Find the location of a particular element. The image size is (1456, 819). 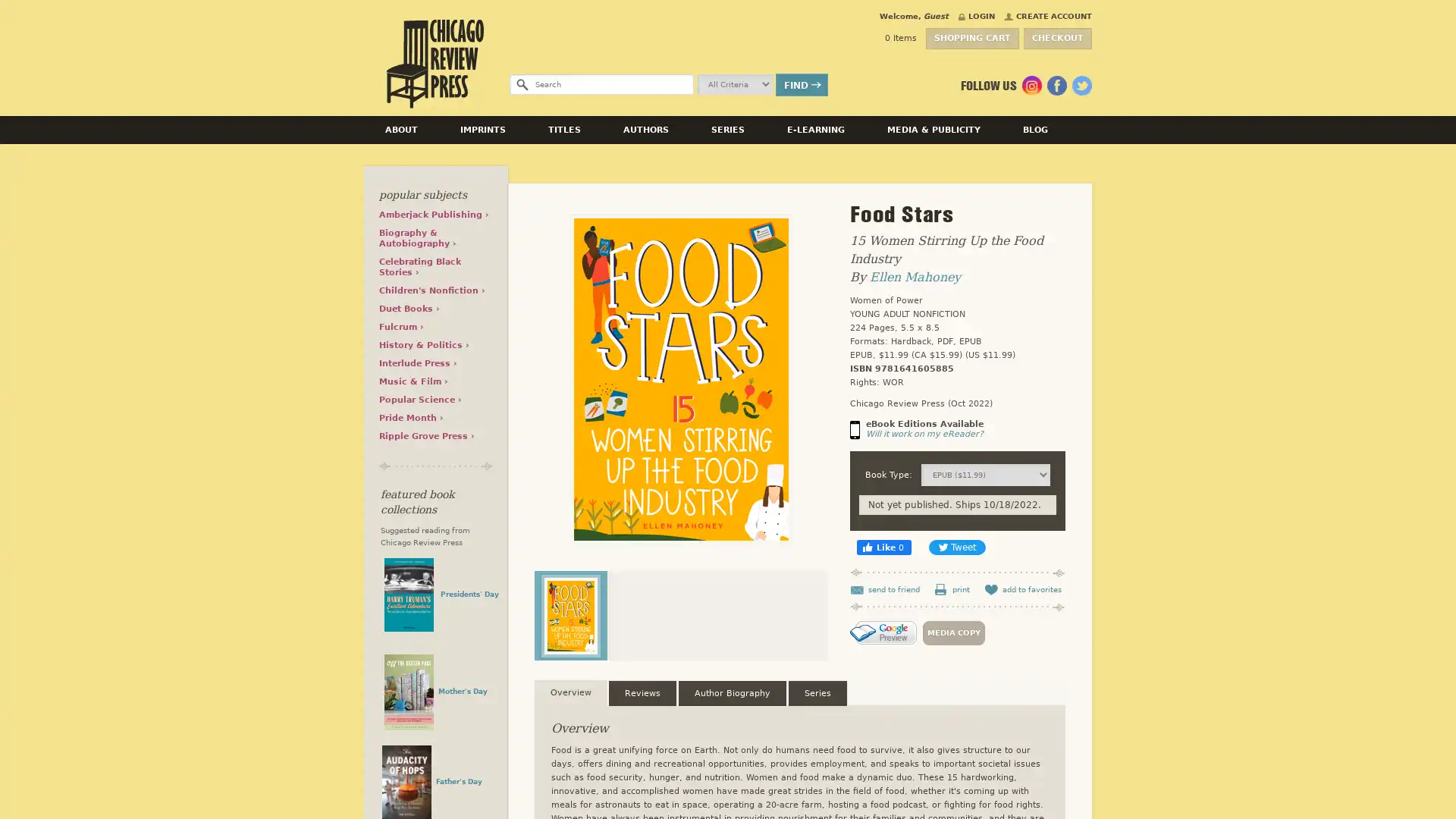

FIND is located at coordinates (801, 84).